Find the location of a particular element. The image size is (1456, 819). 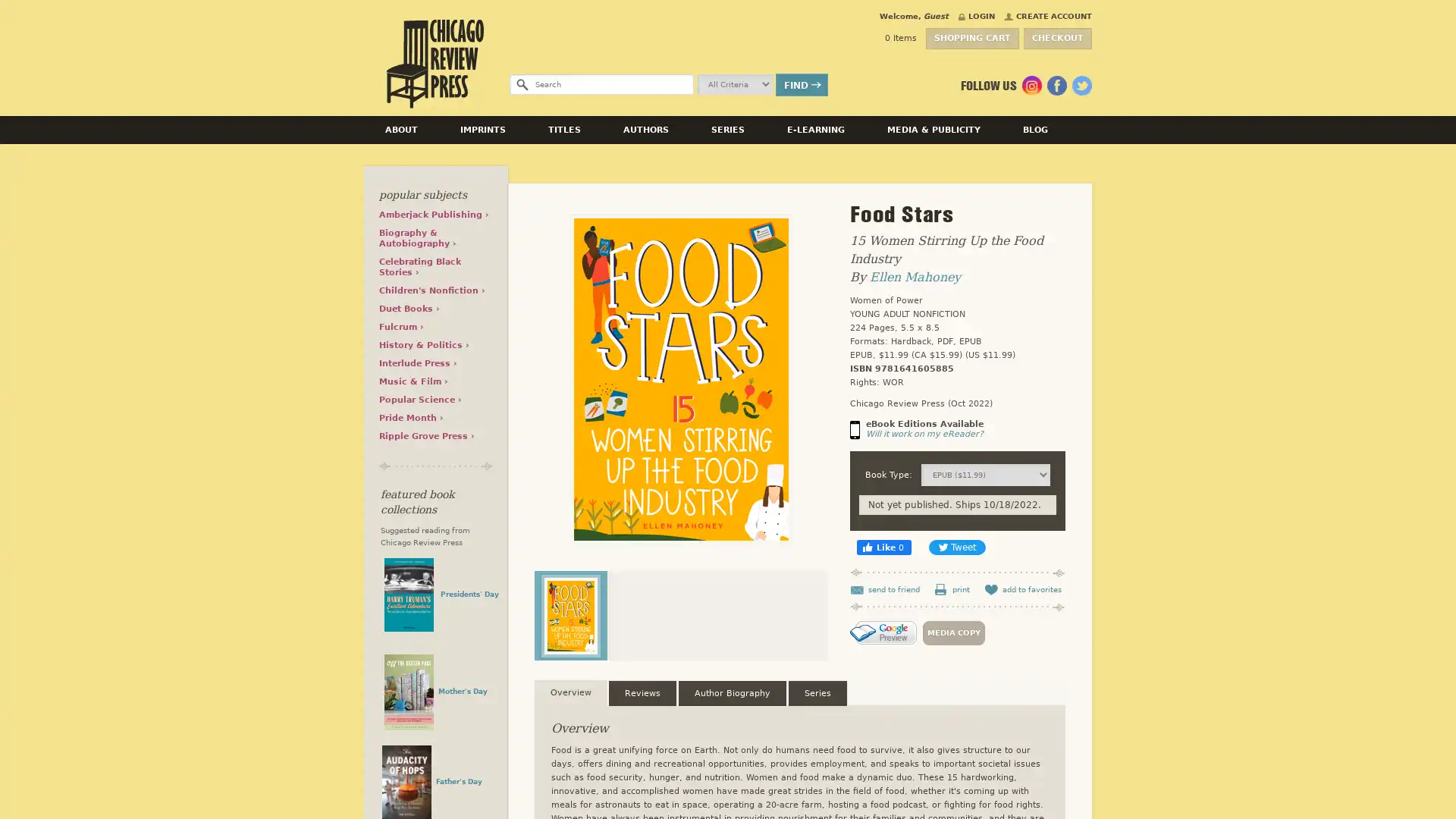

FIND is located at coordinates (801, 84).